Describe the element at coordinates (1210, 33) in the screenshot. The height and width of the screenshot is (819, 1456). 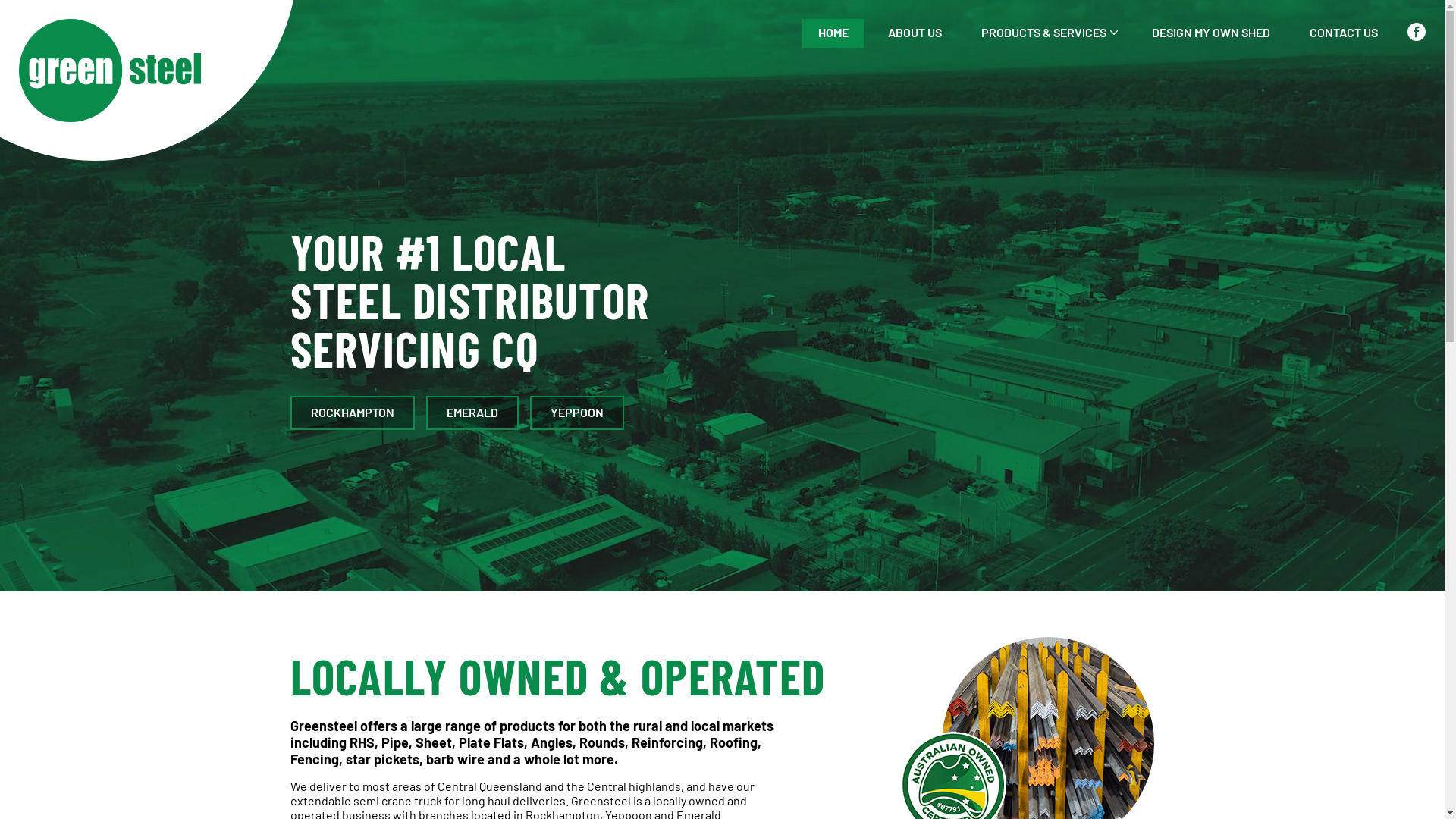
I see `'DESIGN MY OWN SHED'` at that location.